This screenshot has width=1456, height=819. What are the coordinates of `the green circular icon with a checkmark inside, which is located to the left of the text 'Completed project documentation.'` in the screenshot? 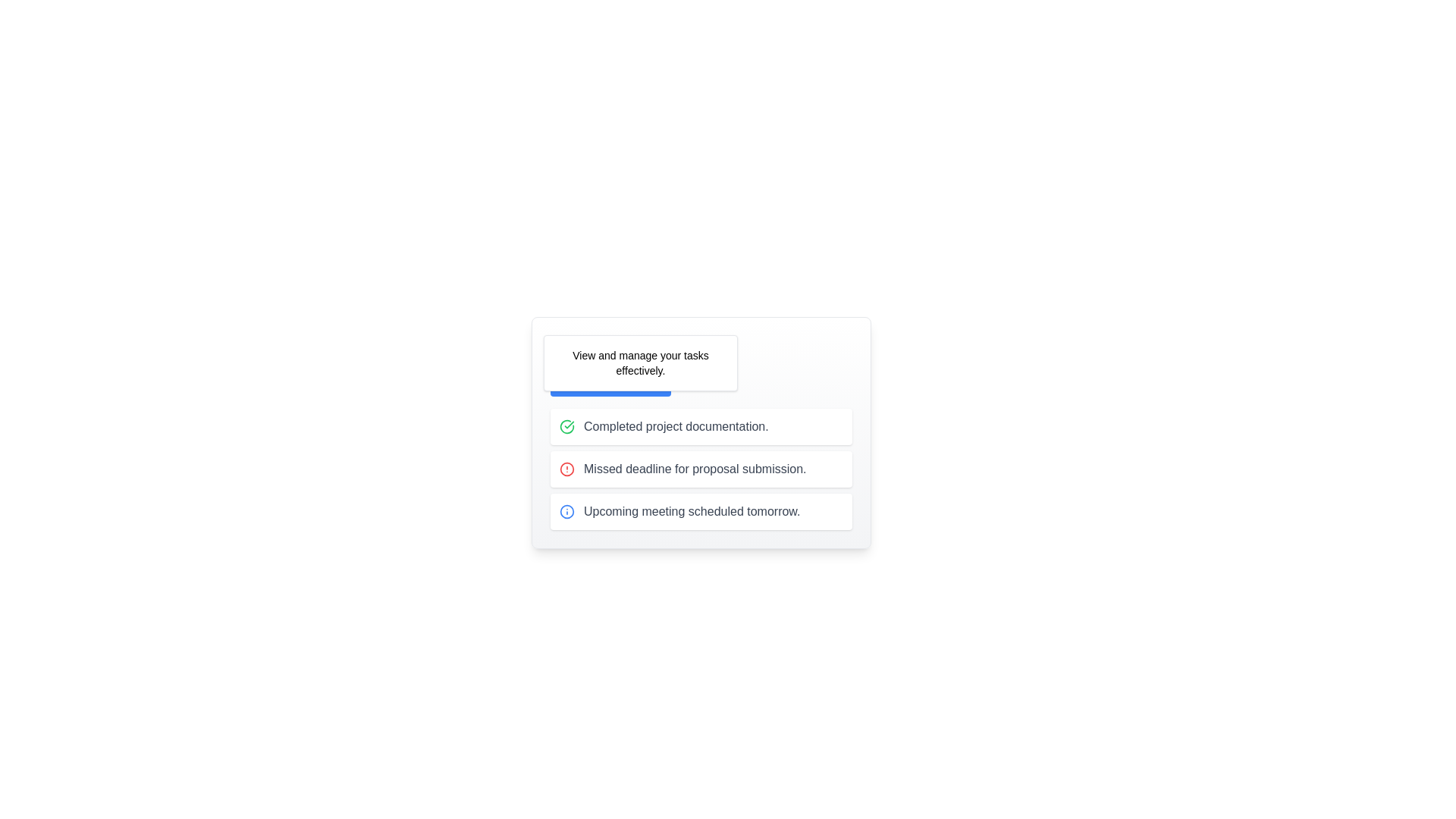 It's located at (566, 427).